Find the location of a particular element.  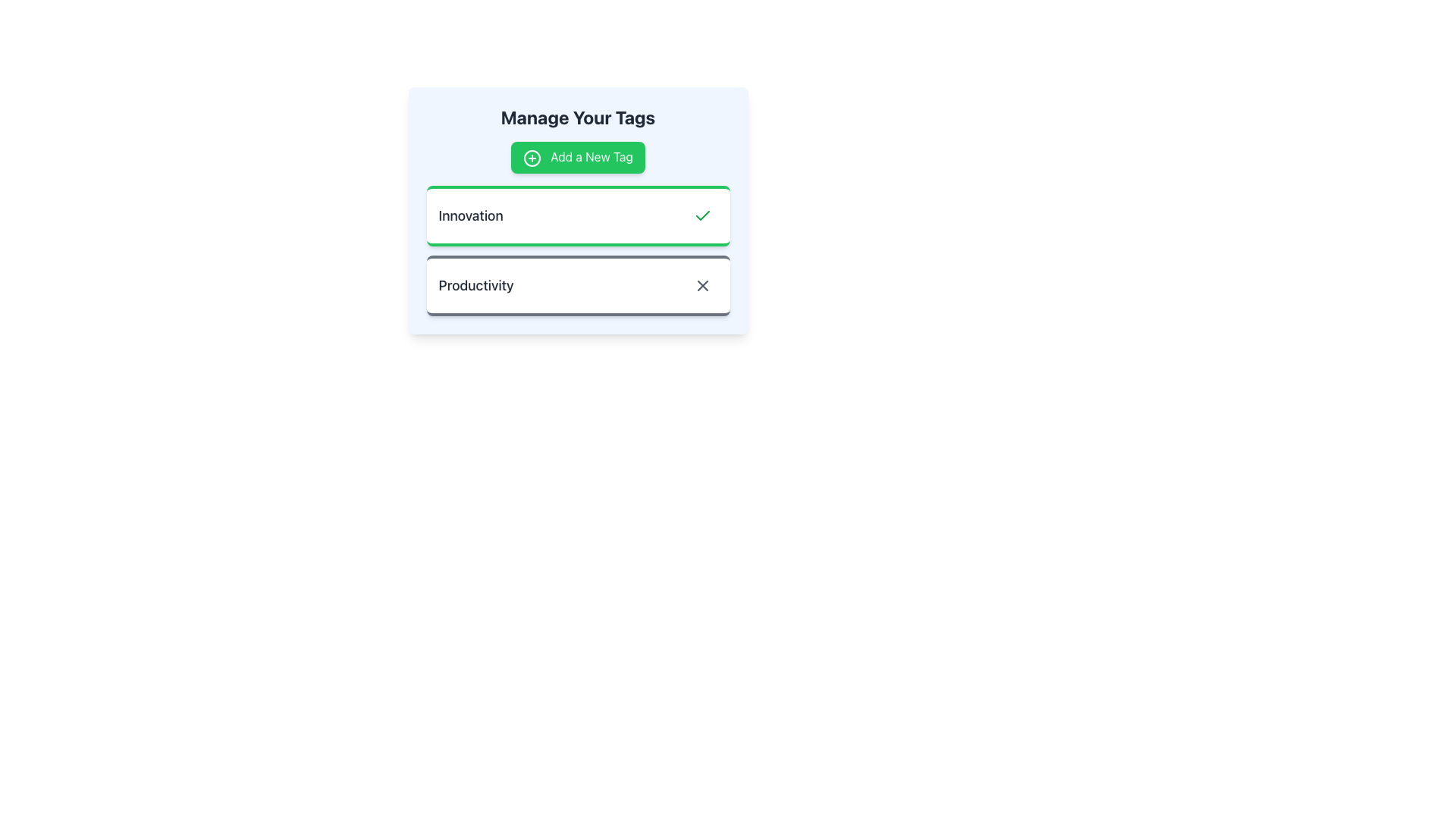

the first selectable list item with a green checkmark, located below the 'Add a New Tag' button and above the 'Productivity' item is located at coordinates (577, 210).